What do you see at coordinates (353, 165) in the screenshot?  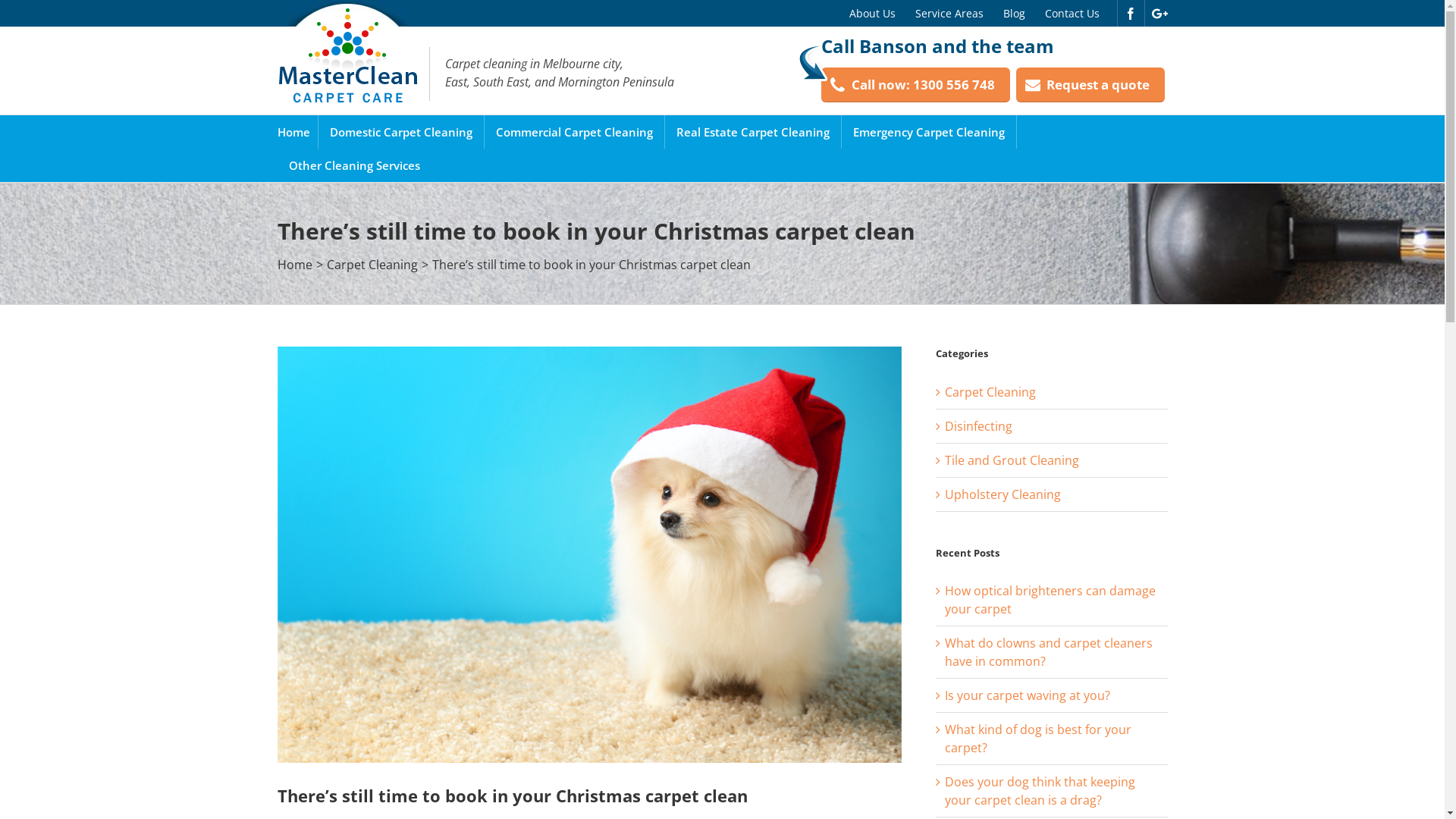 I see `'Other Cleaning Services'` at bounding box center [353, 165].